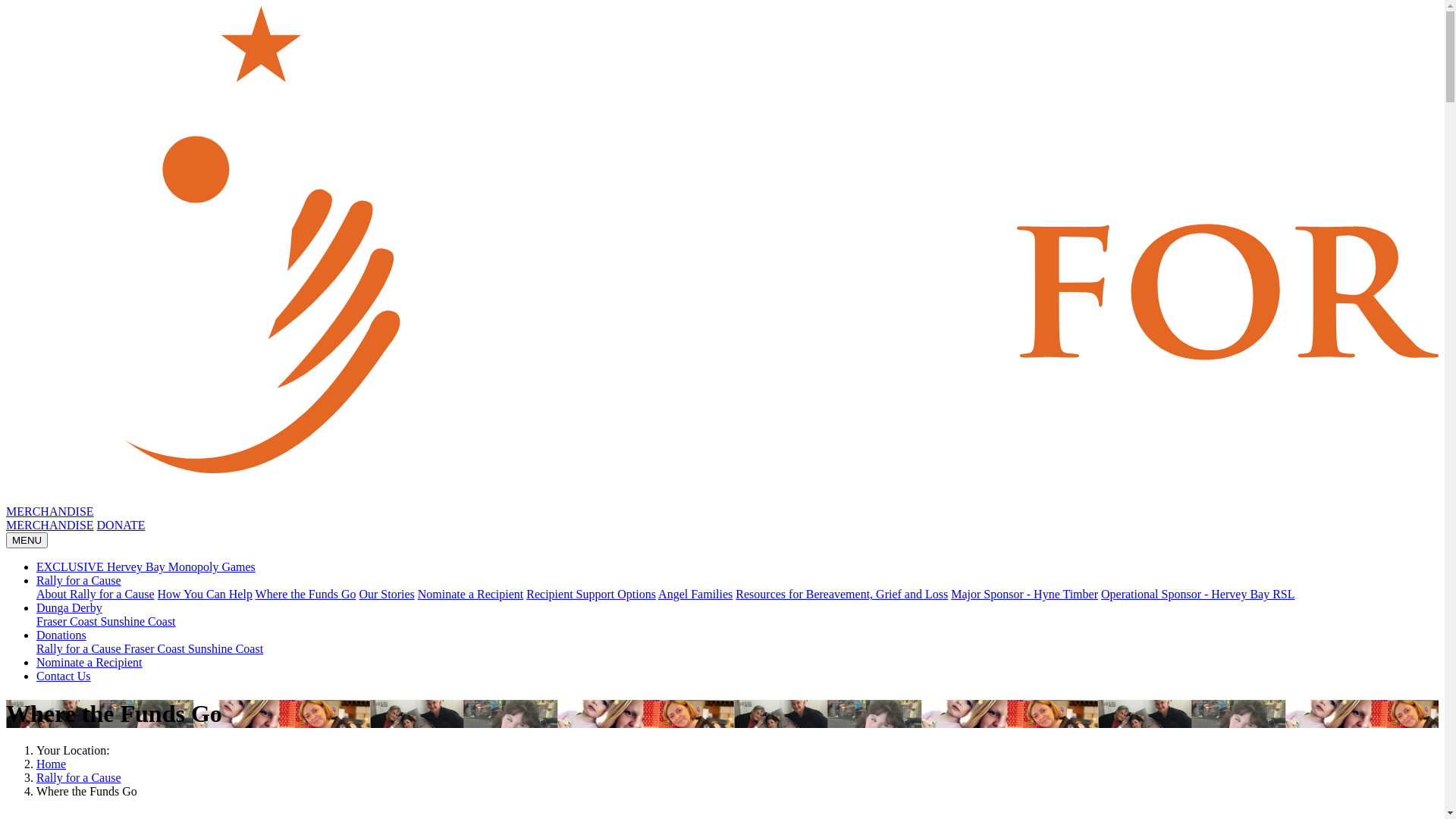  Describe the element at coordinates (418, 593) in the screenshot. I see `'Nominate a Recipient'` at that location.